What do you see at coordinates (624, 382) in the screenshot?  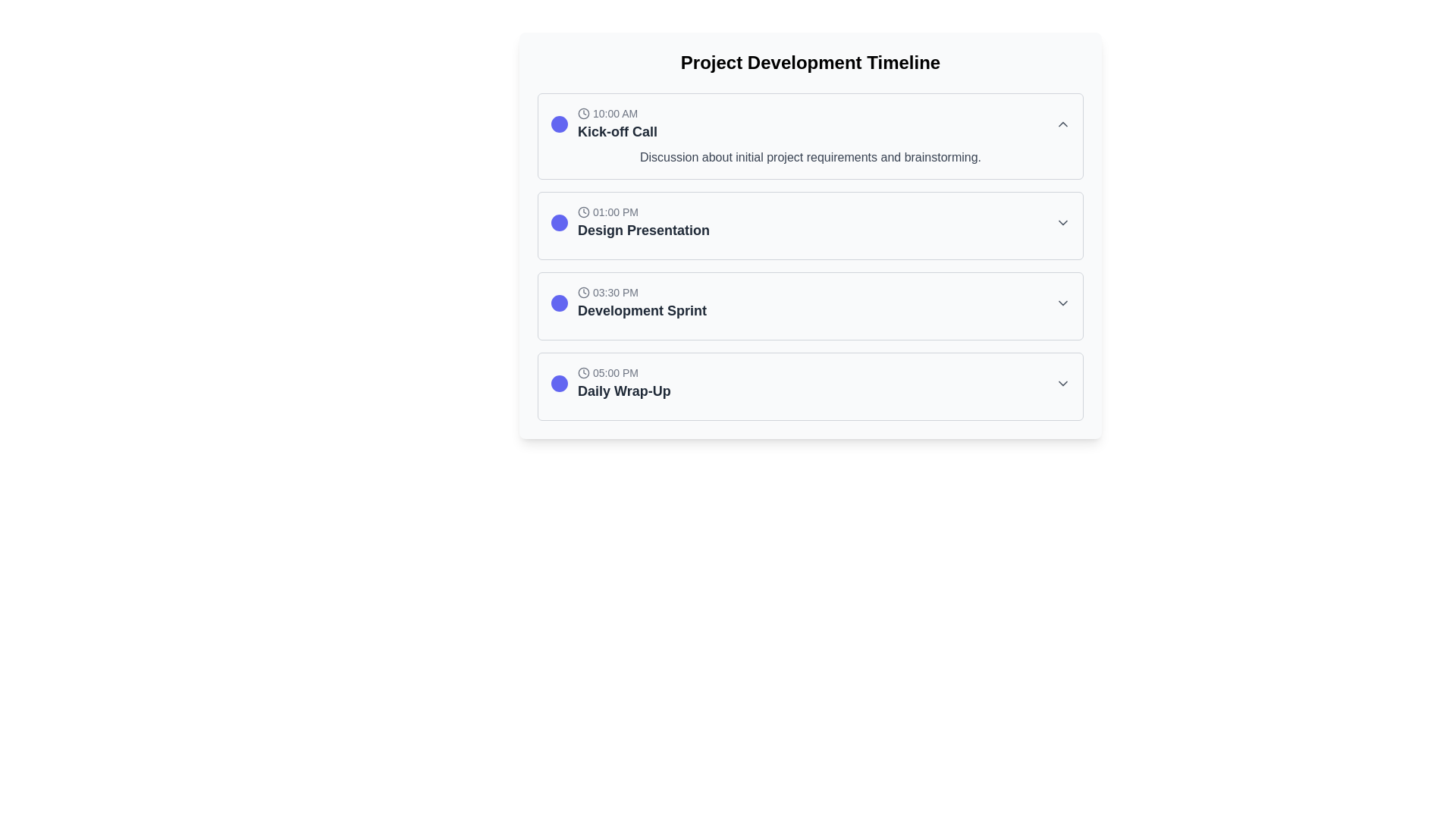 I see `the Display label element featuring the text '05:00 PM' and 'Daily Wrap-Up' along with the clock icon, which is the fourth item in the vertical list of event entries` at bounding box center [624, 382].